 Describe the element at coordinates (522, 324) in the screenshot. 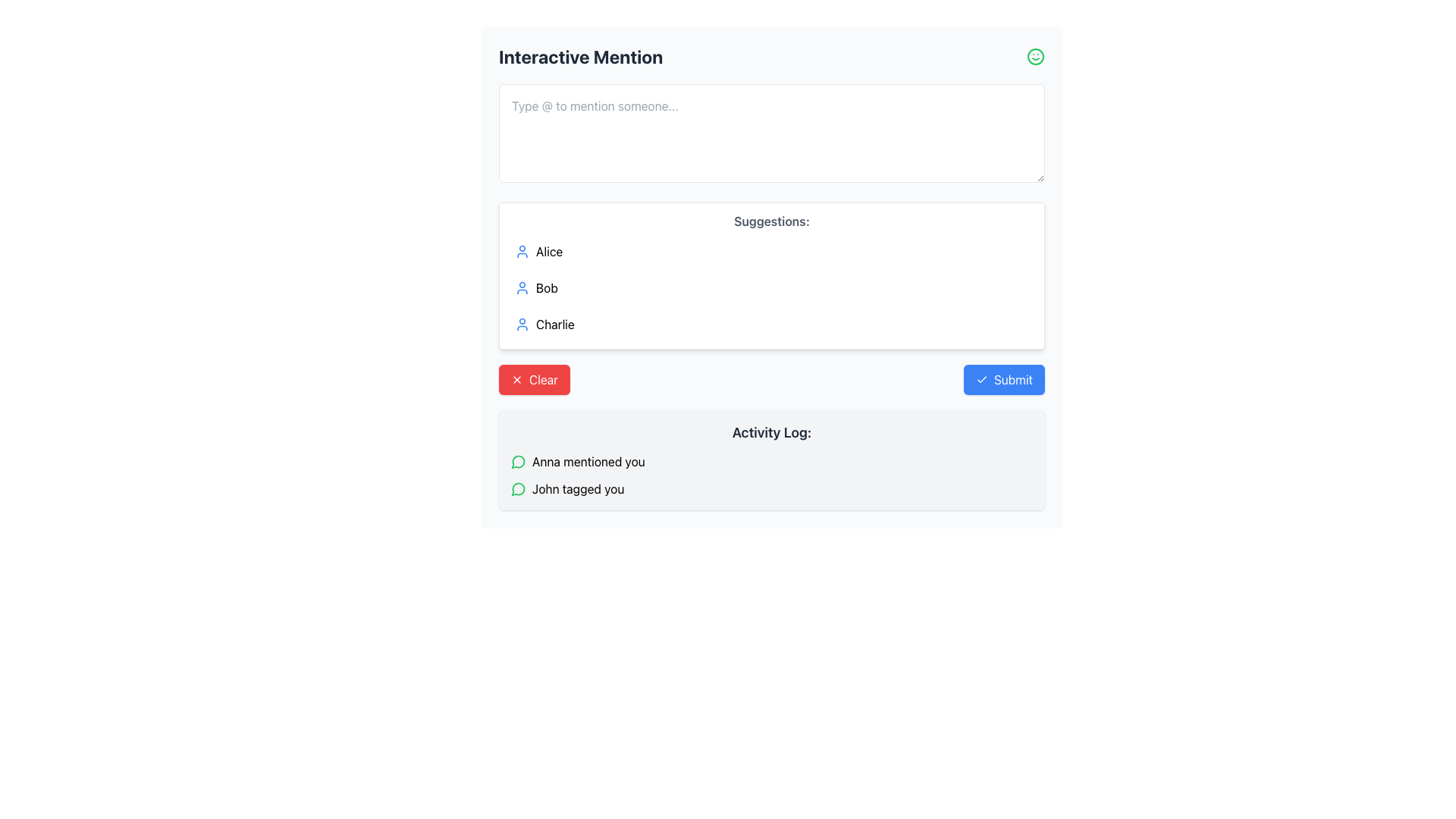

I see `the profile icon for 'Charlie' located in the 'Suggestions' section of the 'Interactive Mention' interface` at that location.